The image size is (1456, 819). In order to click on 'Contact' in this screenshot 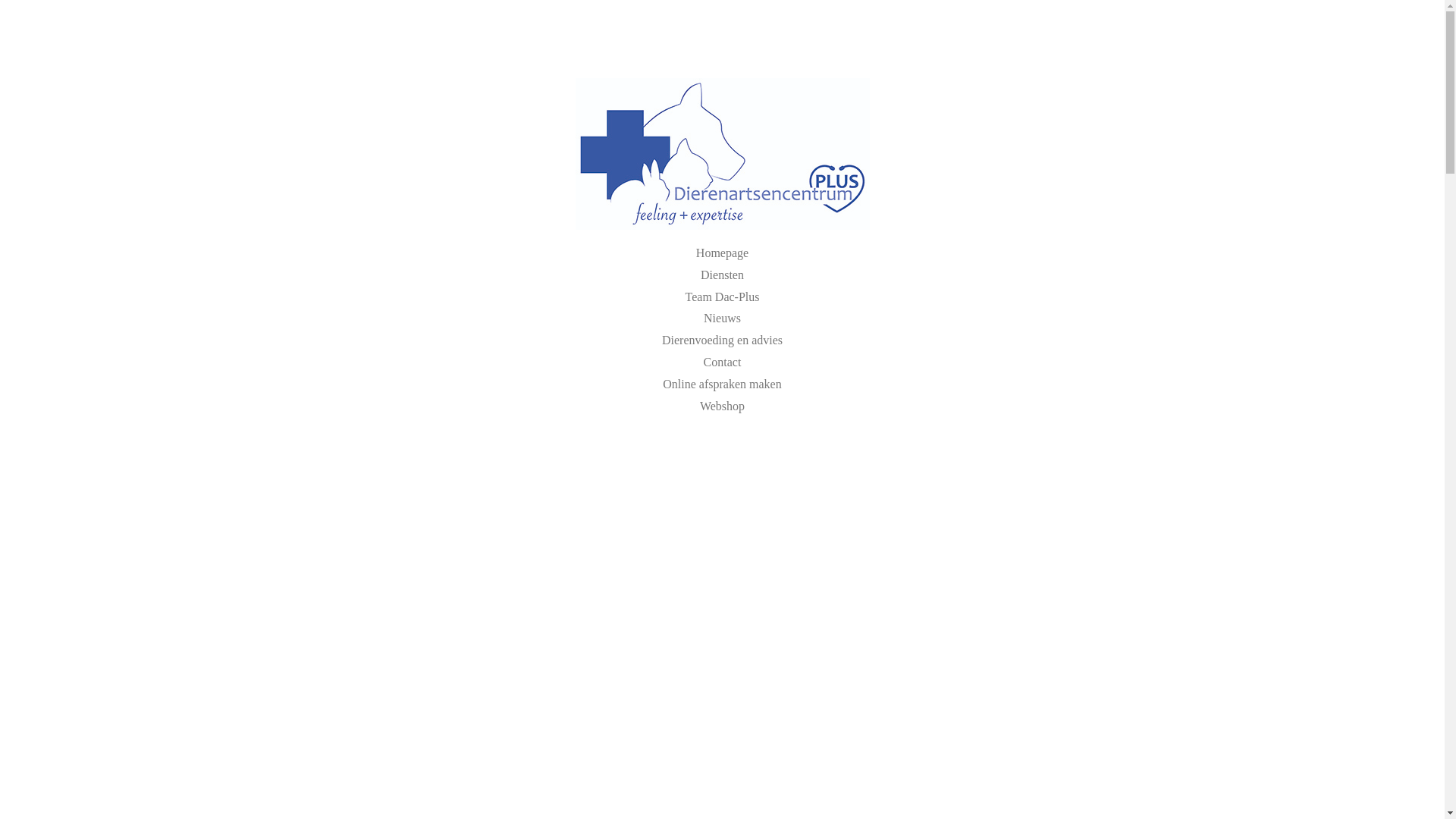, I will do `click(722, 362)`.